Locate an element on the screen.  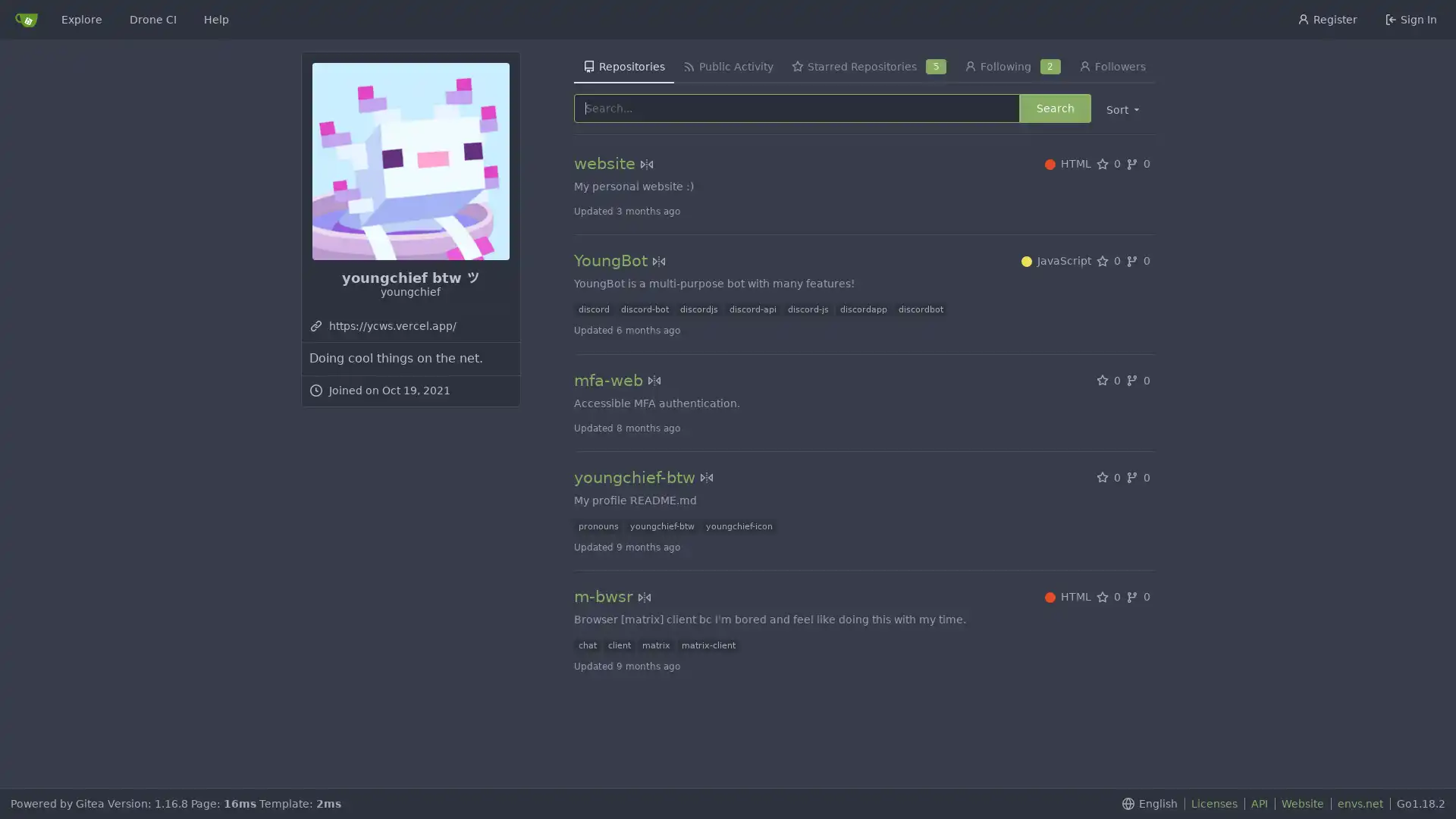
Search is located at coordinates (1054, 107).